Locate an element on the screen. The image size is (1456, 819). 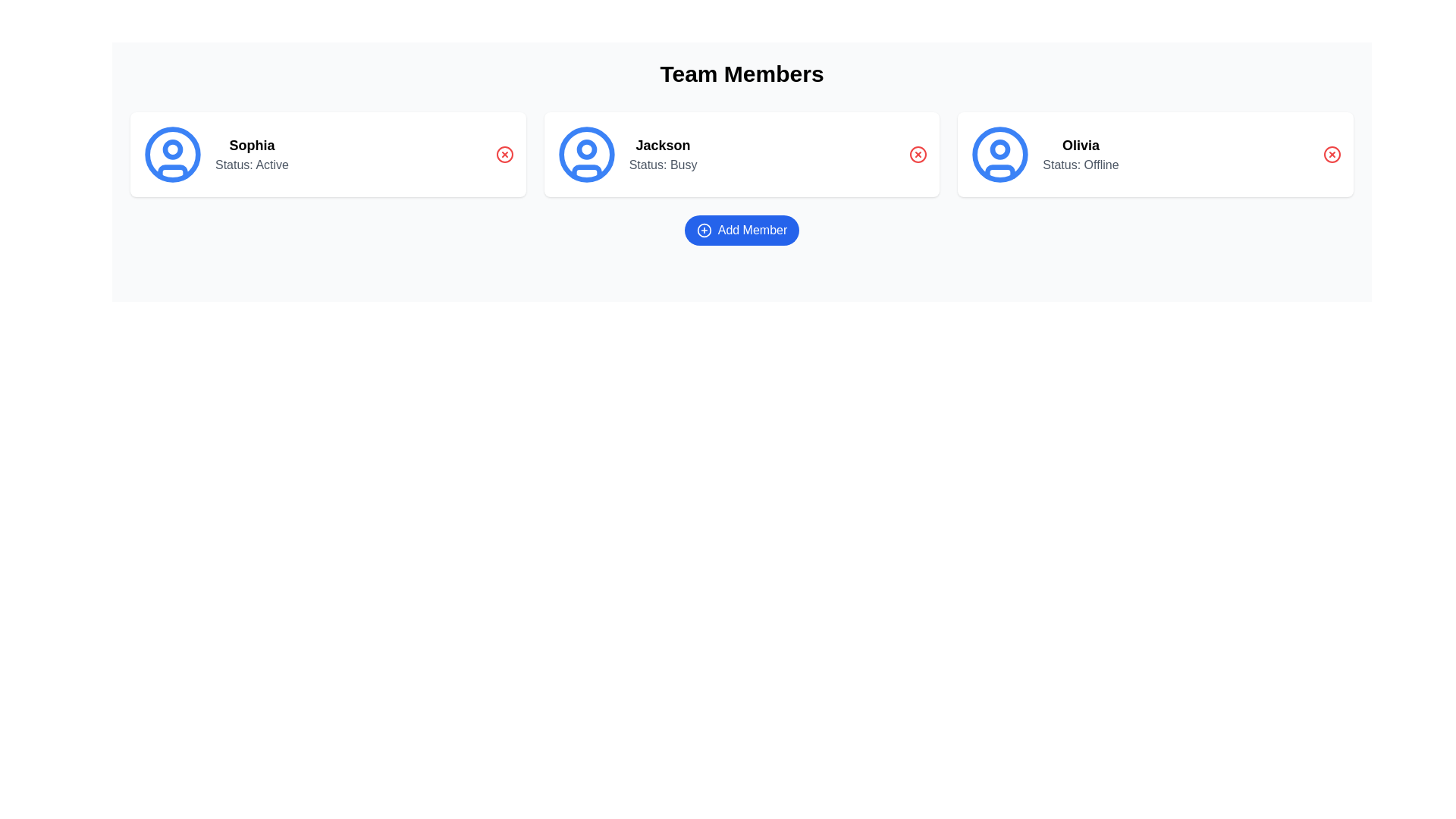
text label displaying 'Jackson' and 'Status: Busy' located in the center card of the 'Team Members' section is located at coordinates (663, 155).